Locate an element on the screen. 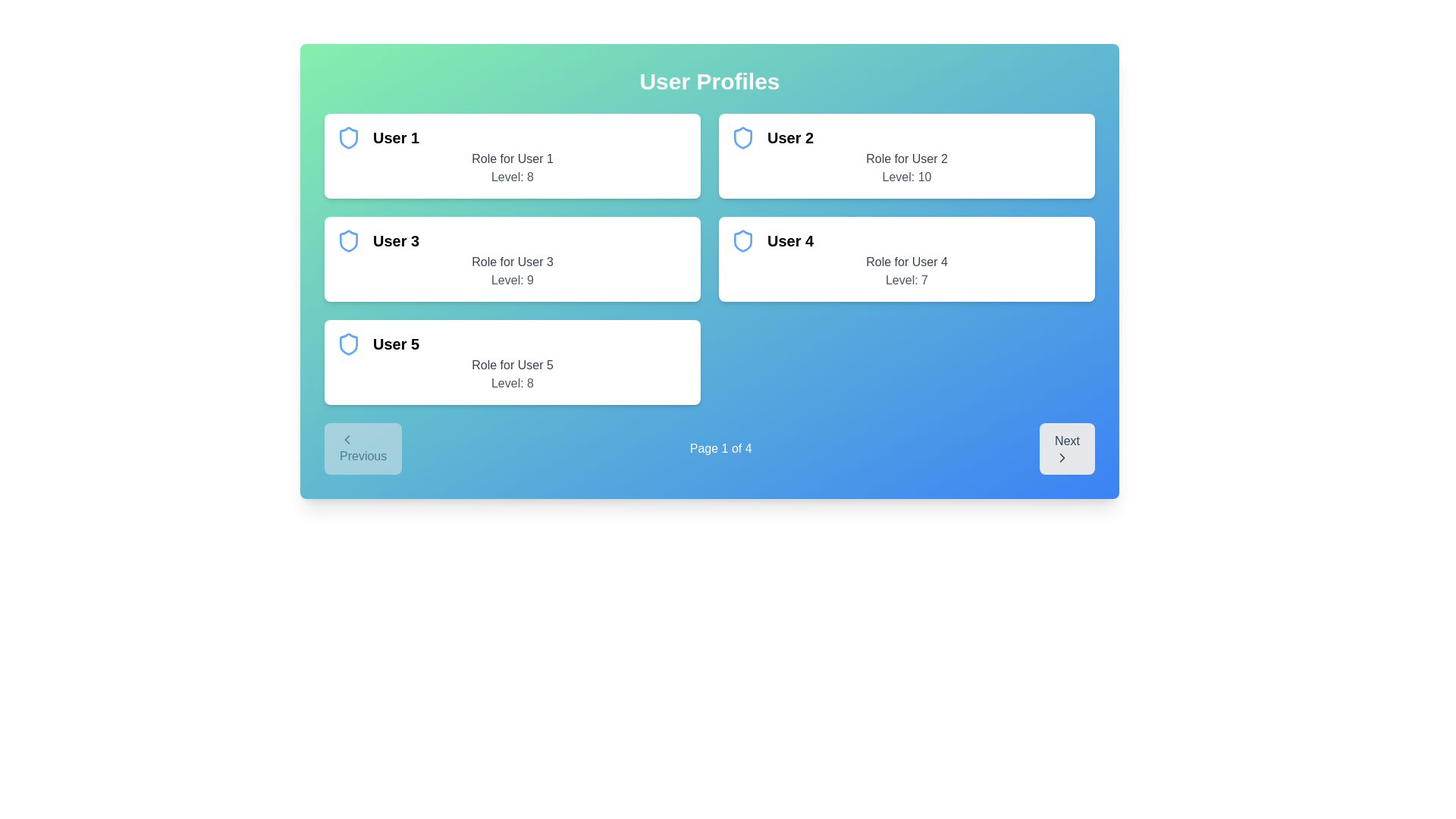 The image size is (1456, 819). the specific text or icon within the user information card located in the second column of the second row, which displays the user's name, role, and level is located at coordinates (906, 259).